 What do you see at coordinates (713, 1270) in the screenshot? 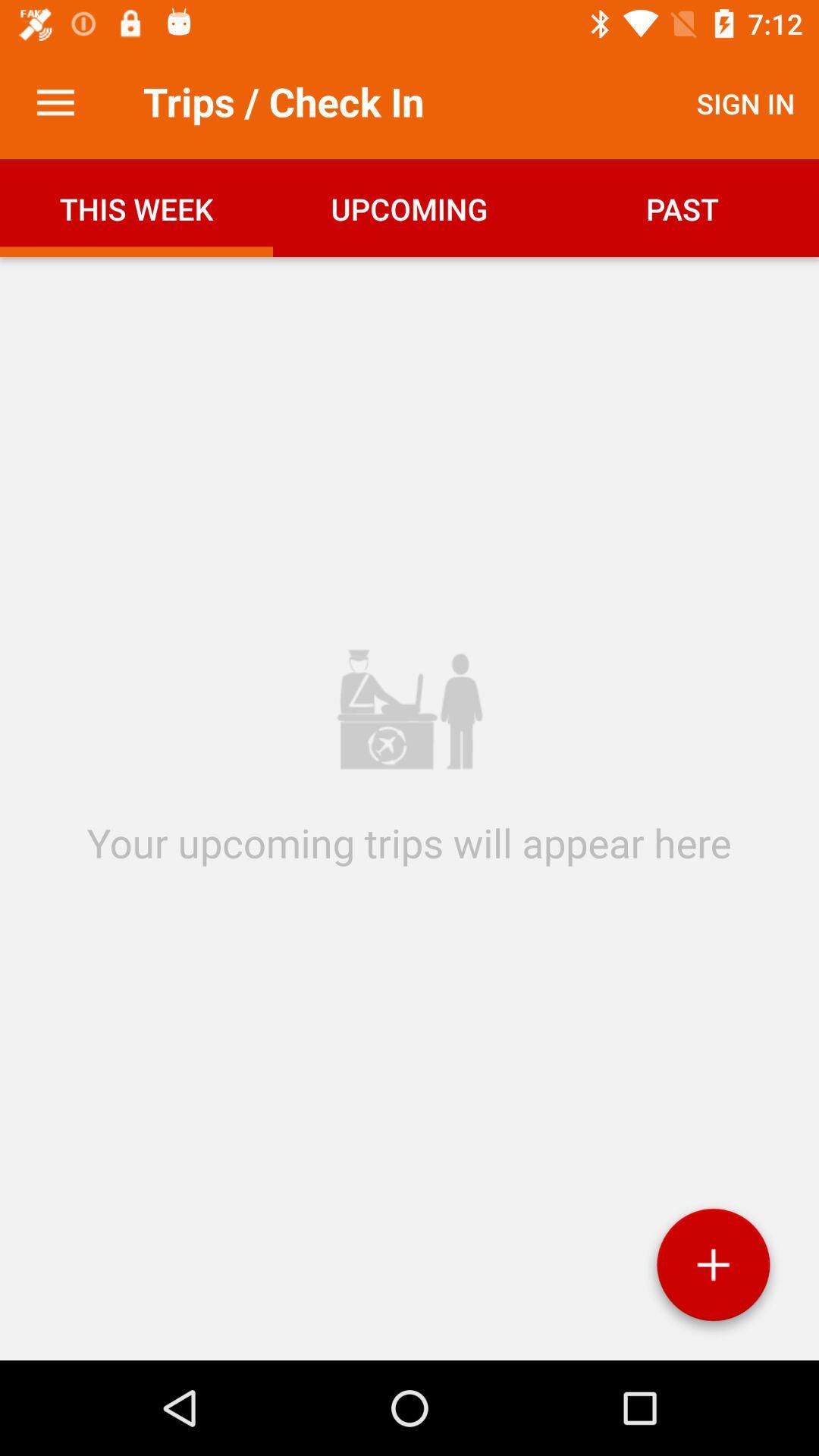
I see `the item below the your upcoming trips icon` at bounding box center [713, 1270].